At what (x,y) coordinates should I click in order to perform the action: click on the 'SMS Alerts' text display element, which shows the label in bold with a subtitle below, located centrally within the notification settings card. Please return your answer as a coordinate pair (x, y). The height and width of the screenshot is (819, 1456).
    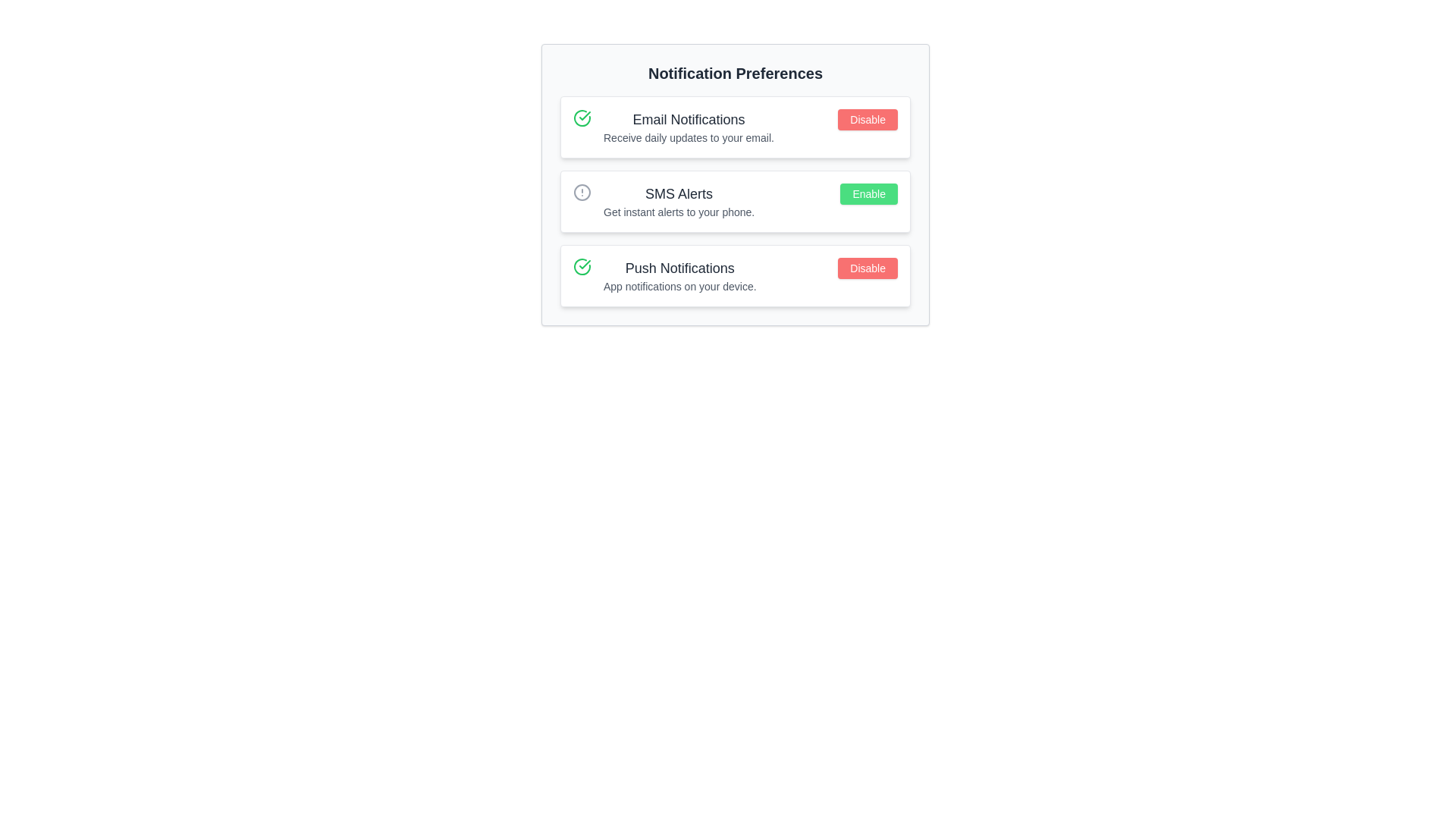
    Looking at the image, I should click on (678, 201).